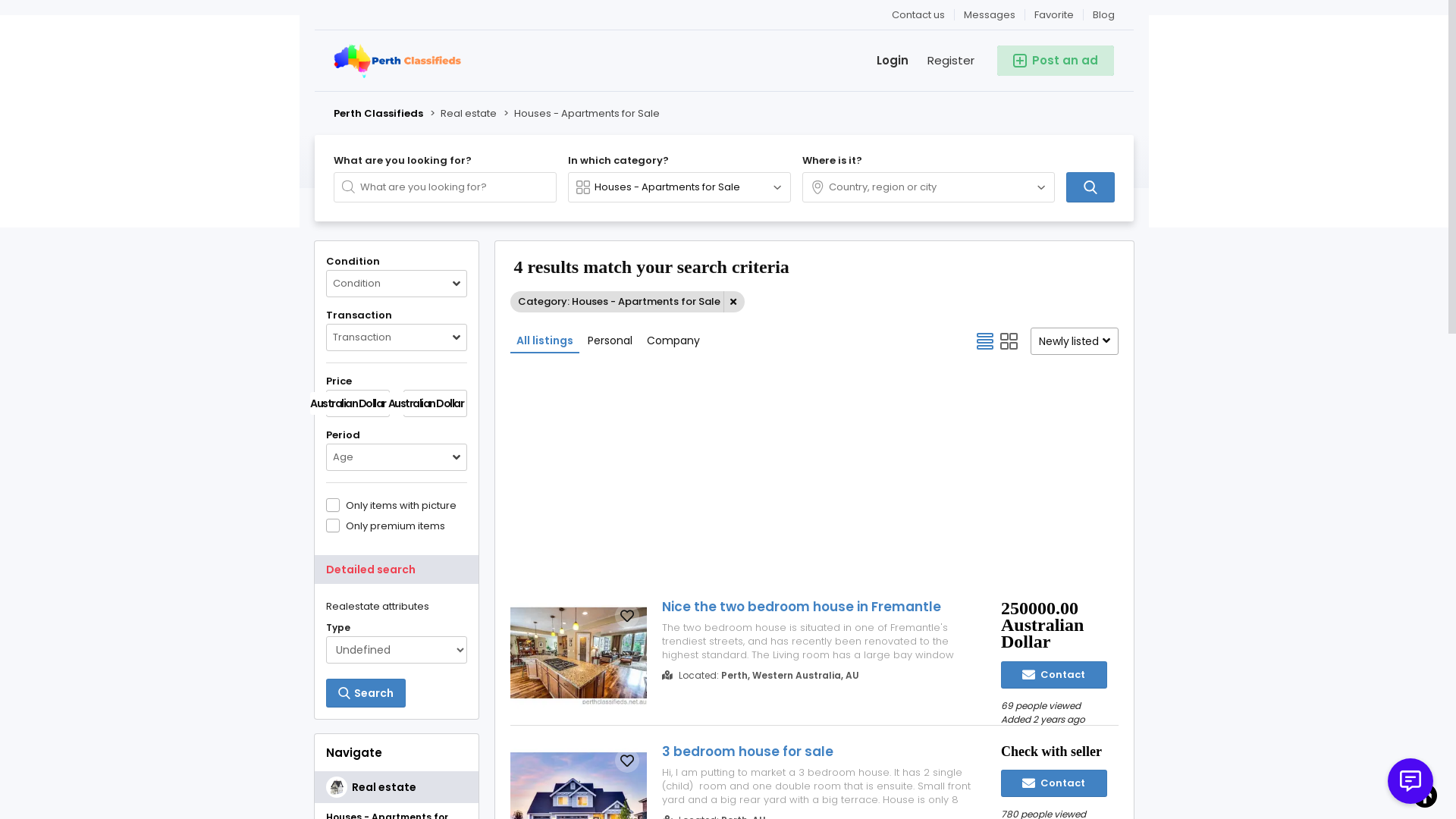 The width and height of the screenshot is (1456, 819). I want to click on 'Category: Houses - Apartments for Sale', so click(627, 301).